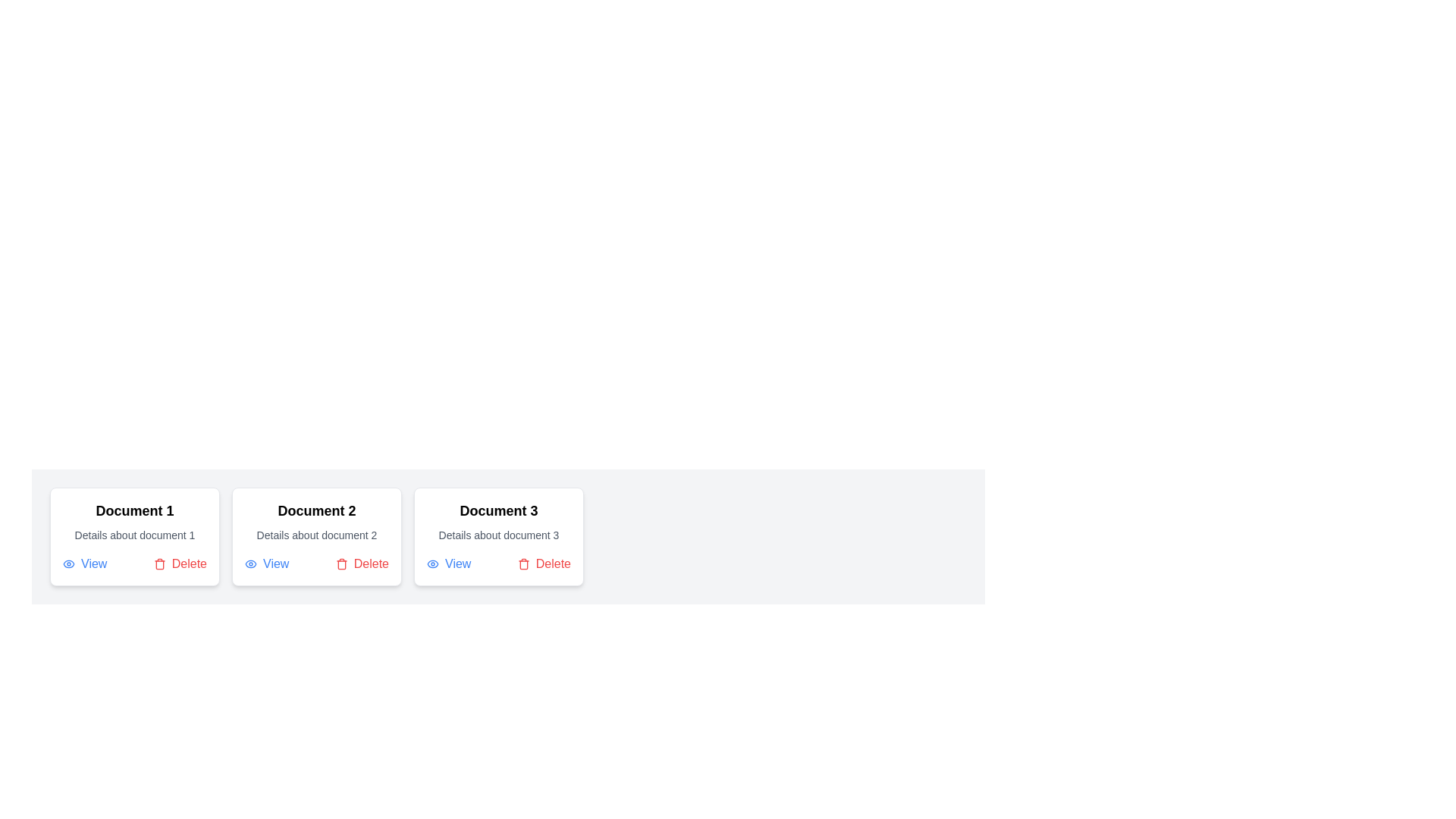 This screenshot has height=819, width=1456. I want to click on the descriptive text element reading 'Details about document 1' which is styled in a smaller gray font and located below the title 'Document 1' in the first card, so click(134, 534).